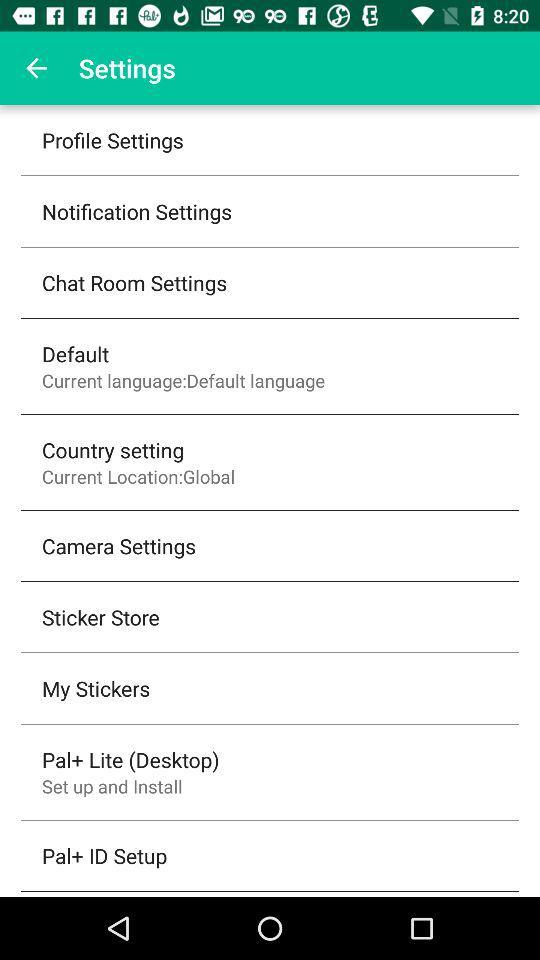 The height and width of the screenshot is (960, 540). I want to click on country setting, so click(113, 450).